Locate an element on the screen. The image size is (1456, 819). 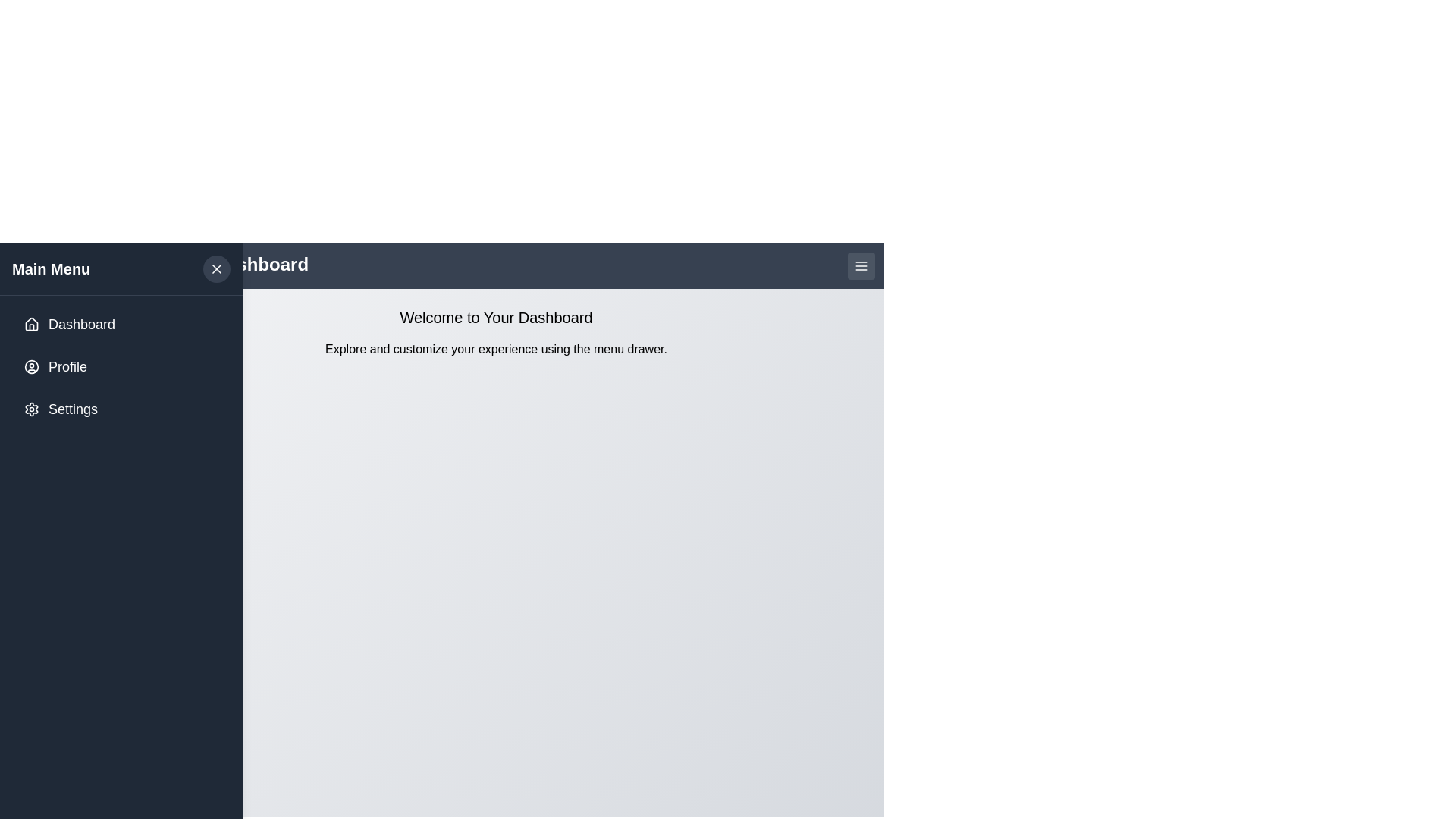
the welcoming message text element located at the top-center of the content area is located at coordinates (496, 317).